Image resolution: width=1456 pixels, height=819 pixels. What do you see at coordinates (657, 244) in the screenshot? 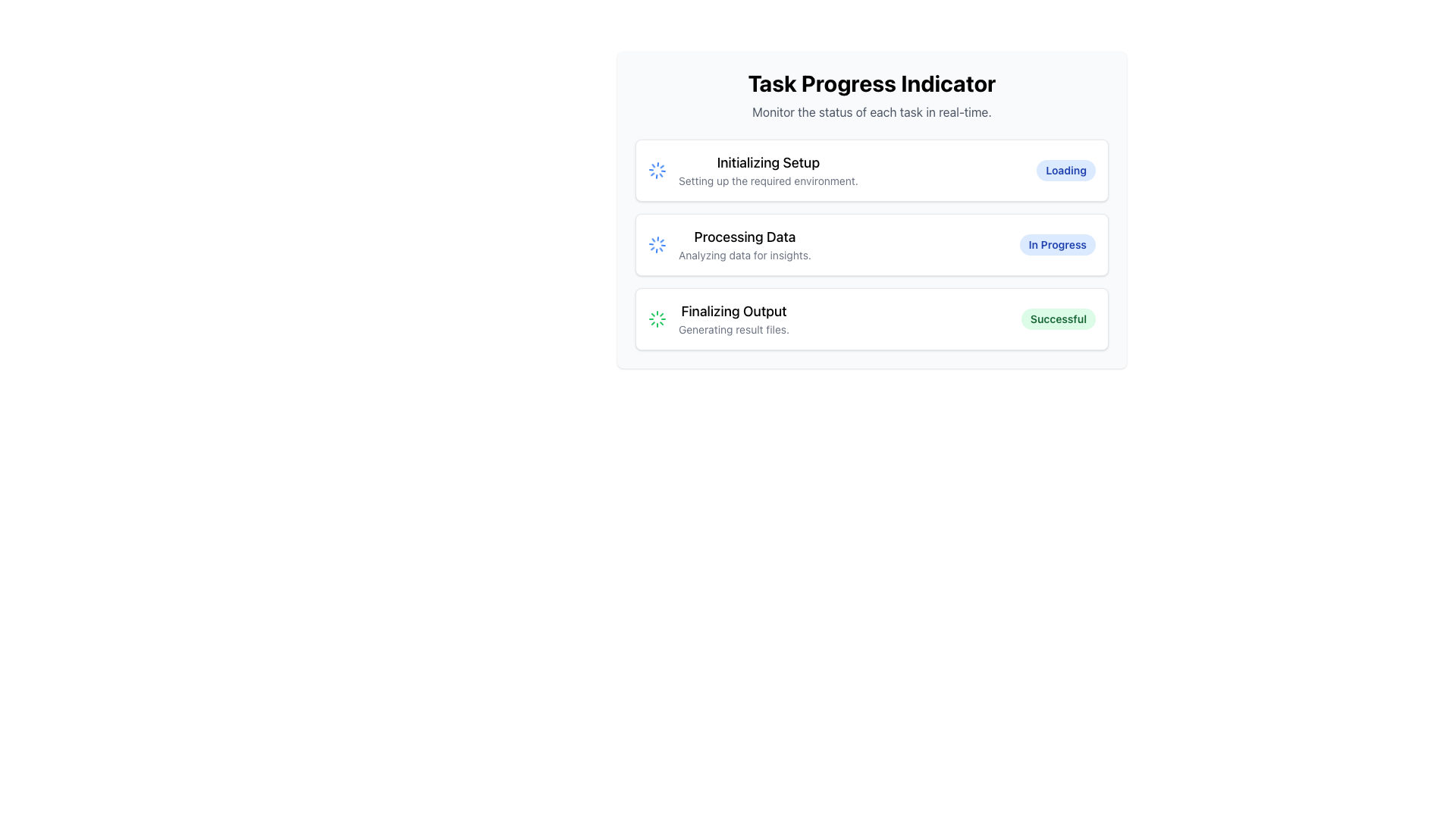
I see `the Animated Loader Icon that indicates an active 'Processing Data' task, located to the left of the descriptive text in the second row of the task list` at bounding box center [657, 244].